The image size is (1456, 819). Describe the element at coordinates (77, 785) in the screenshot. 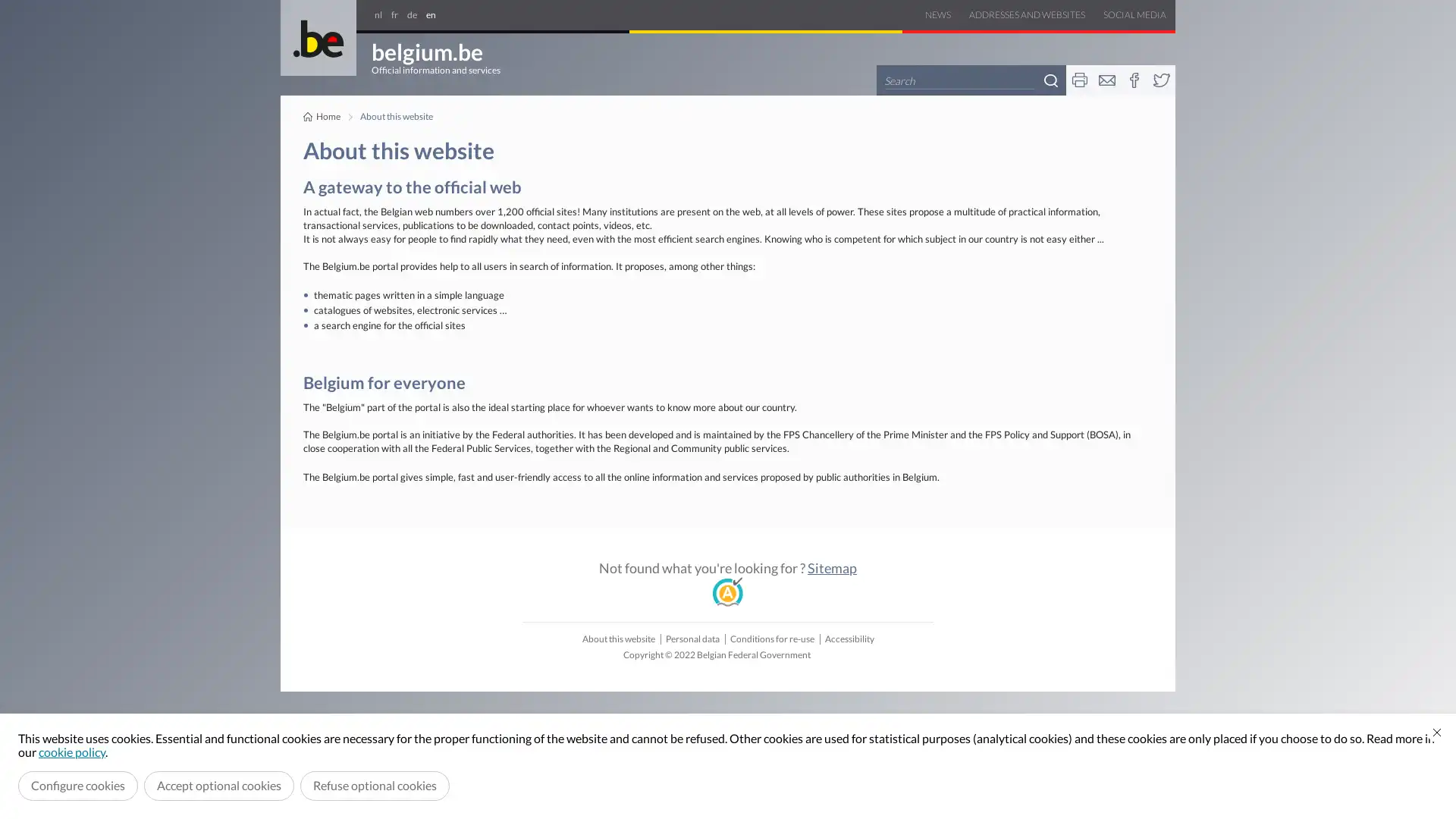

I see `Configure cookies` at that location.